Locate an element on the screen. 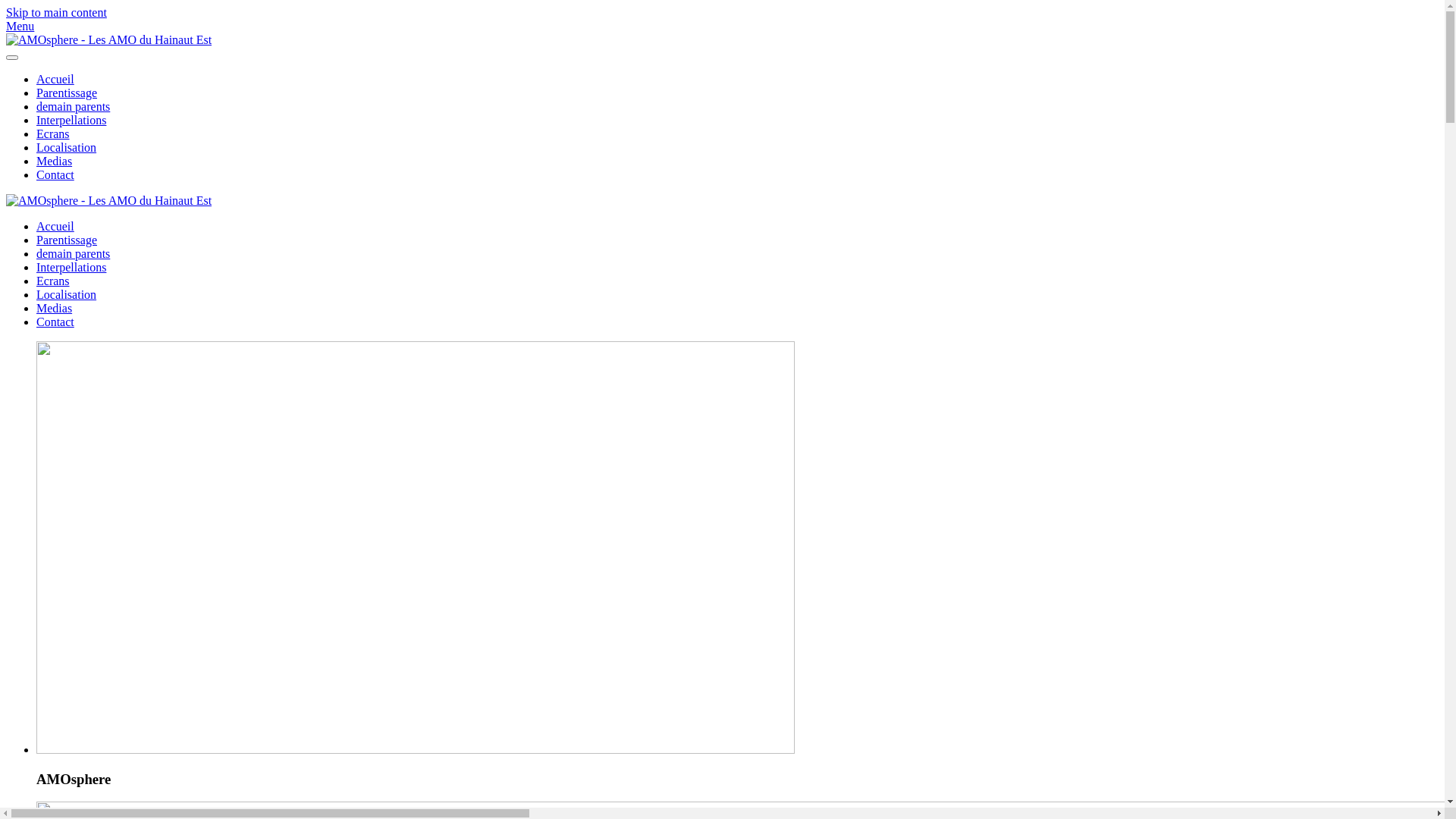 The width and height of the screenshot is (1456, 819). 'Interpellations' is located at coordinates (71, 119).